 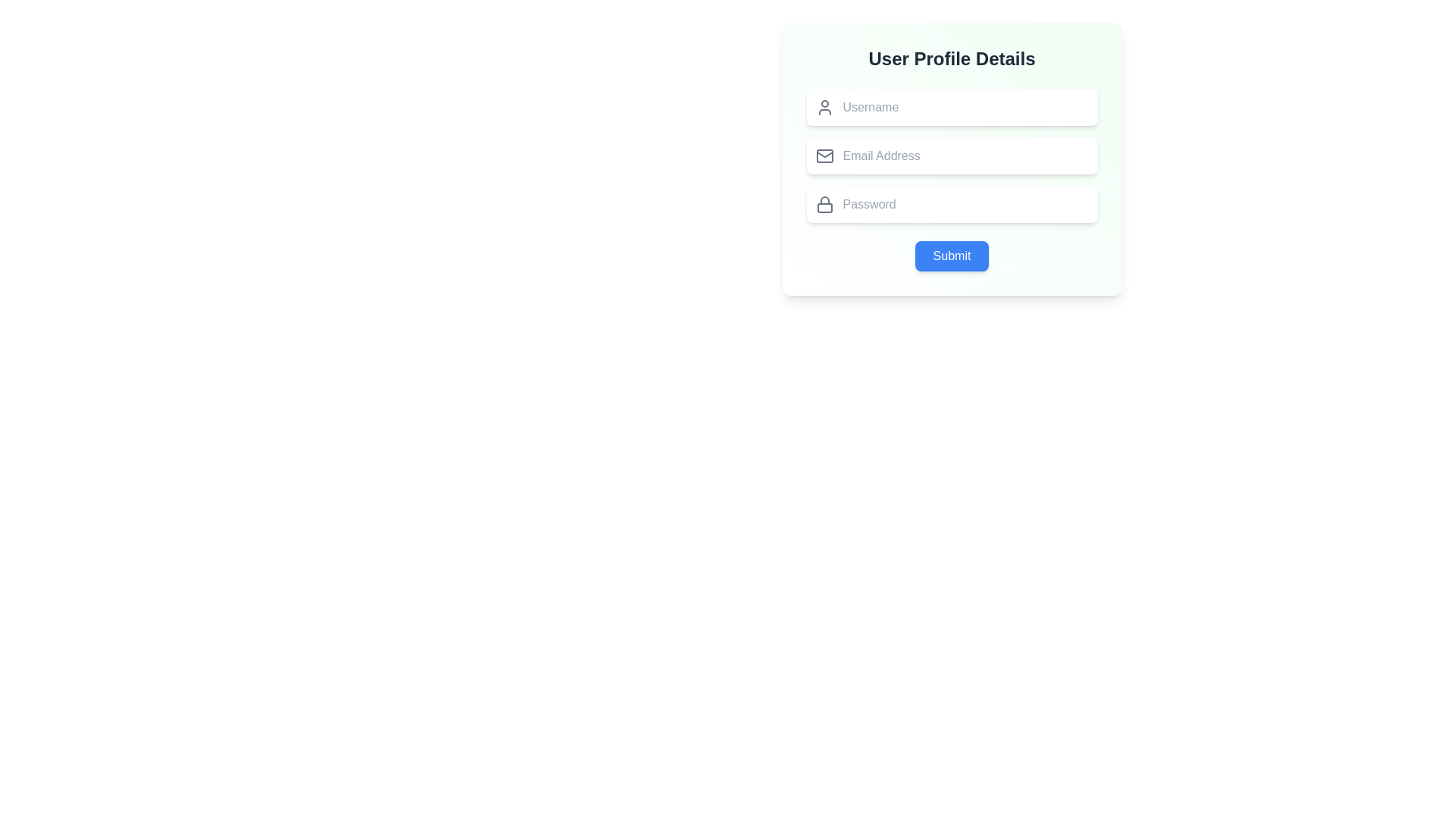 What do you see at coordinates (824, 155) in the screenshot?
I see `the email input field icon, which is located to the left of the 'Email Address' text input field, providing a visual cue for users` at bounding box center [824, 155].